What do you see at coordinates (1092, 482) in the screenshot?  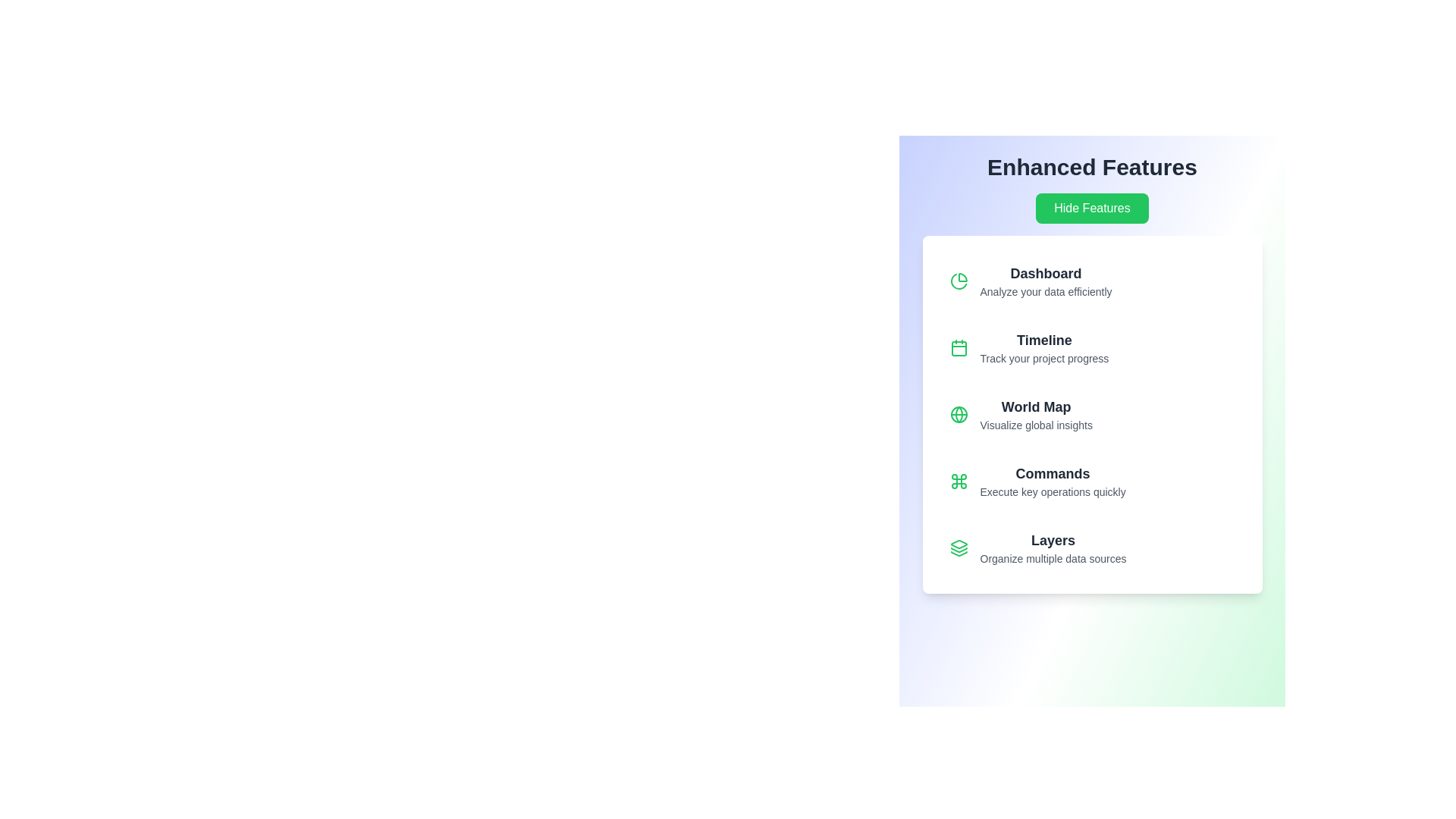 I see `the menu item labeled Commands` at bounding box center [1092, 482].